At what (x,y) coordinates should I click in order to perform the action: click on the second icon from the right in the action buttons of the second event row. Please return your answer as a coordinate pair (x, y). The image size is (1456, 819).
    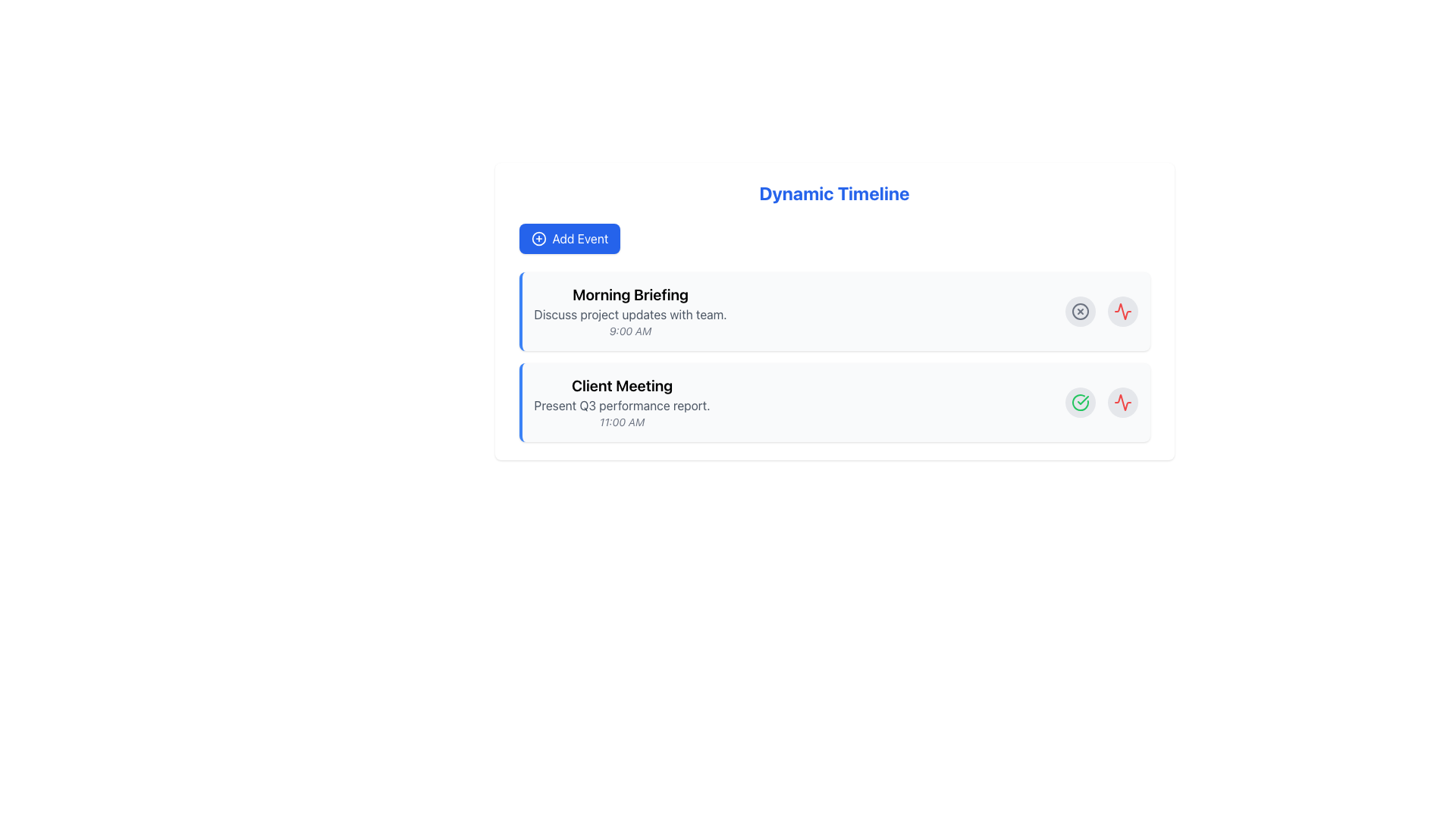
    Looking at the image, I should click on (1122, 311).